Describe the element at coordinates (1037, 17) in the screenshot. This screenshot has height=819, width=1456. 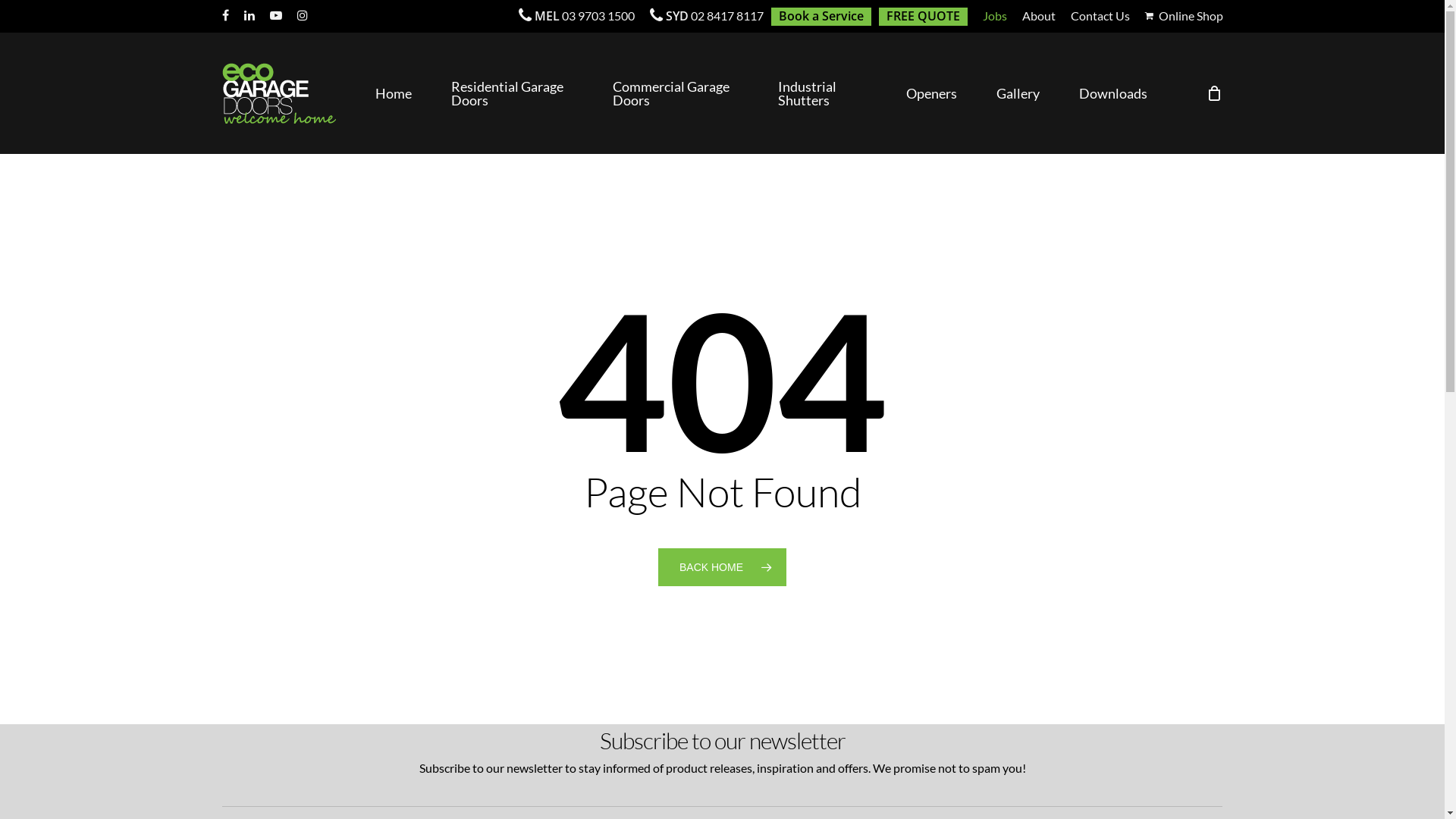
I see `'About'` at that location.